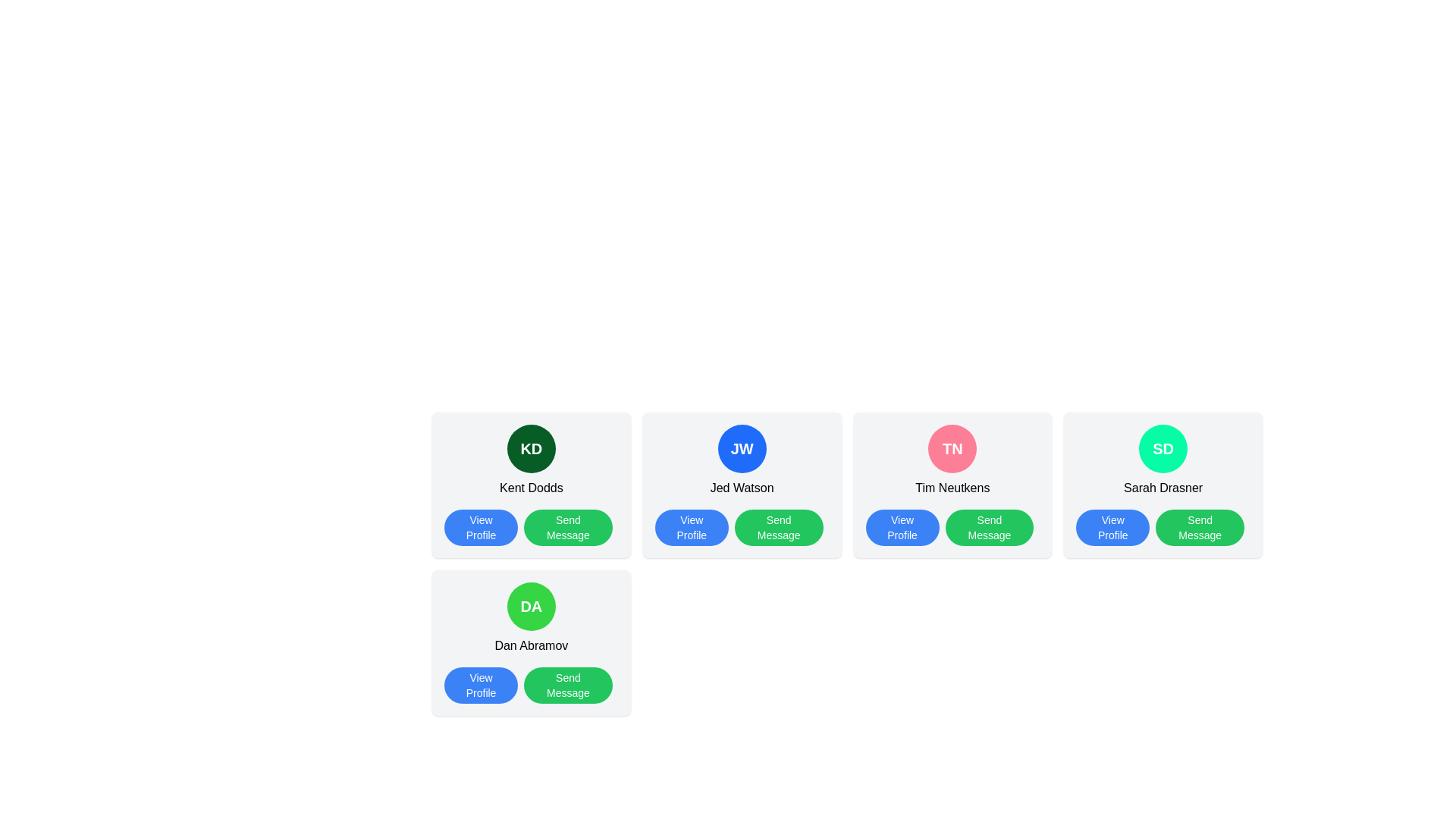 The height and width of the screenshot is (819, 1456). Describe the element at coordinates (1163, 488) in the screenshot. I see `text displayed in the label that shows the name 'Sarah Drasner', which is positioned below the circular avatar with 'SD' initials and above the interactive buttons` at that location.